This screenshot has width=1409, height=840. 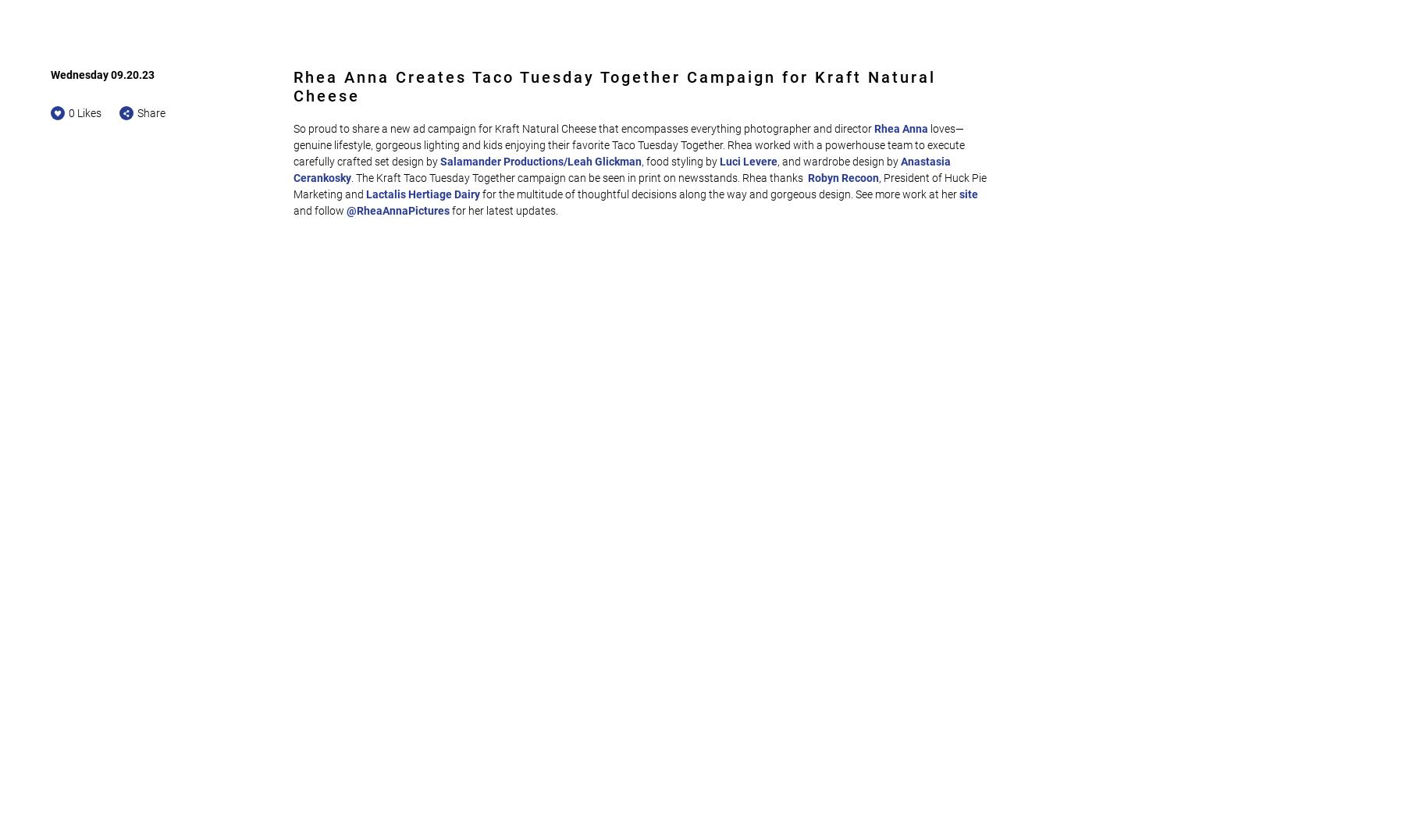 What do you see at coordinates (968, 194) in the screenshot?
I see `'site'` at bounding box center [968, 194].